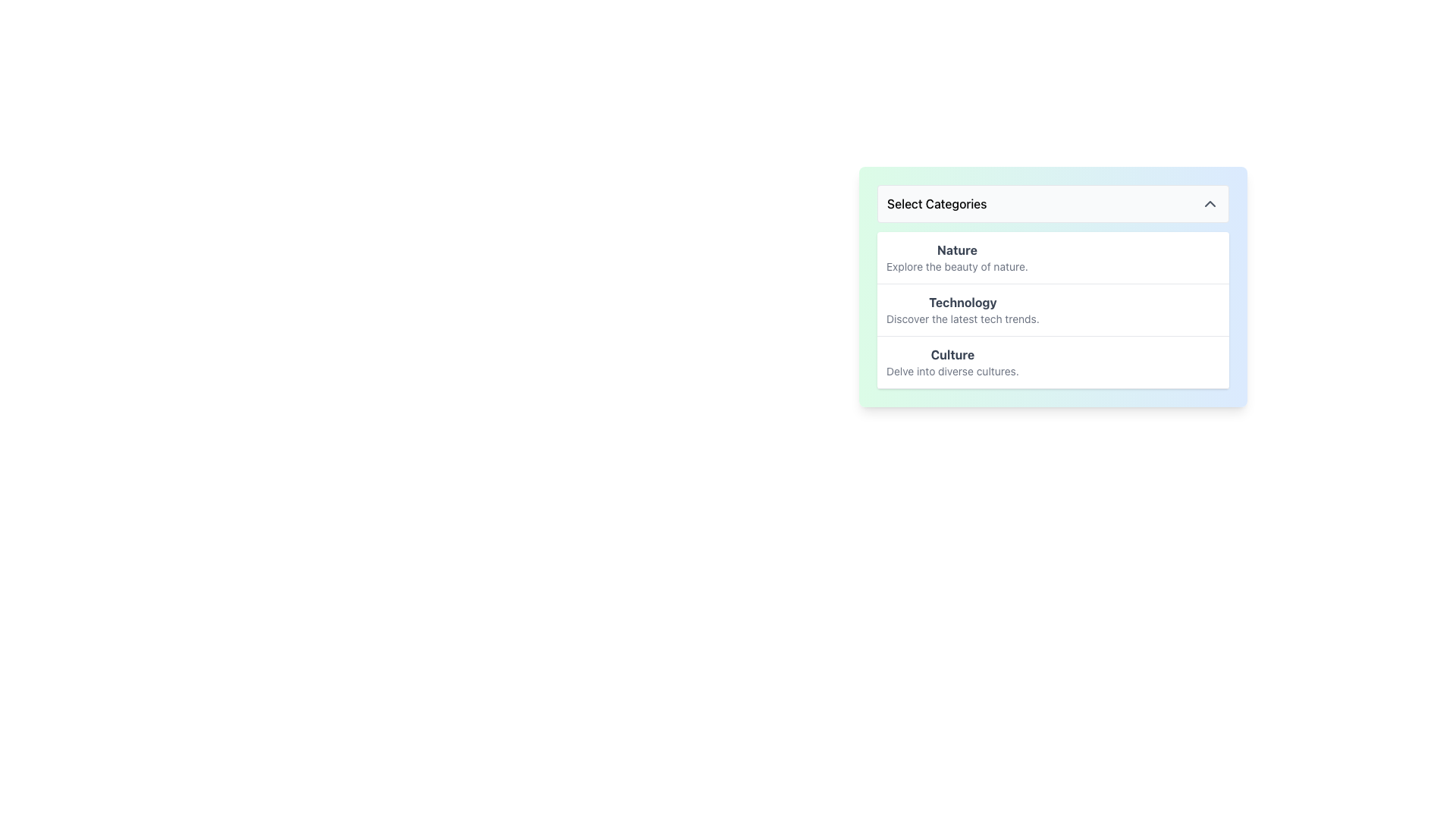 The height and width of the screenshot is (819, 1456). I want to click on informational text describing the 'Culture' category, which is located under the 'Select Categories' section, directly below the 'Culture' heading, so click(952, 371).